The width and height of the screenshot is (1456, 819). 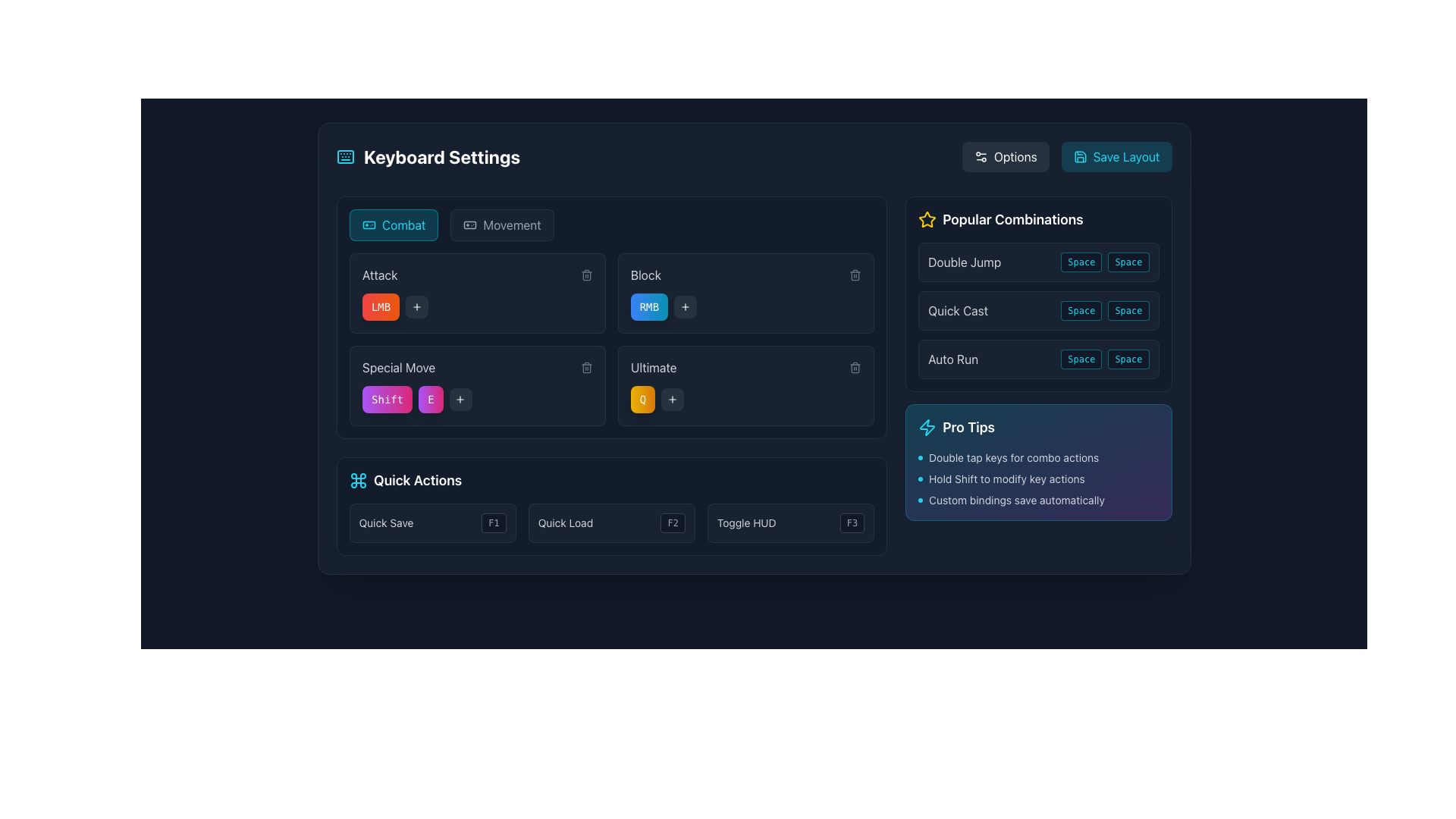 I want to click on tips provided in the 'Pro Tips' section, which is a list of informational text items located below the title 'Pro Tips' in the right sidebar of the interface, so click(x=1037, y=479).